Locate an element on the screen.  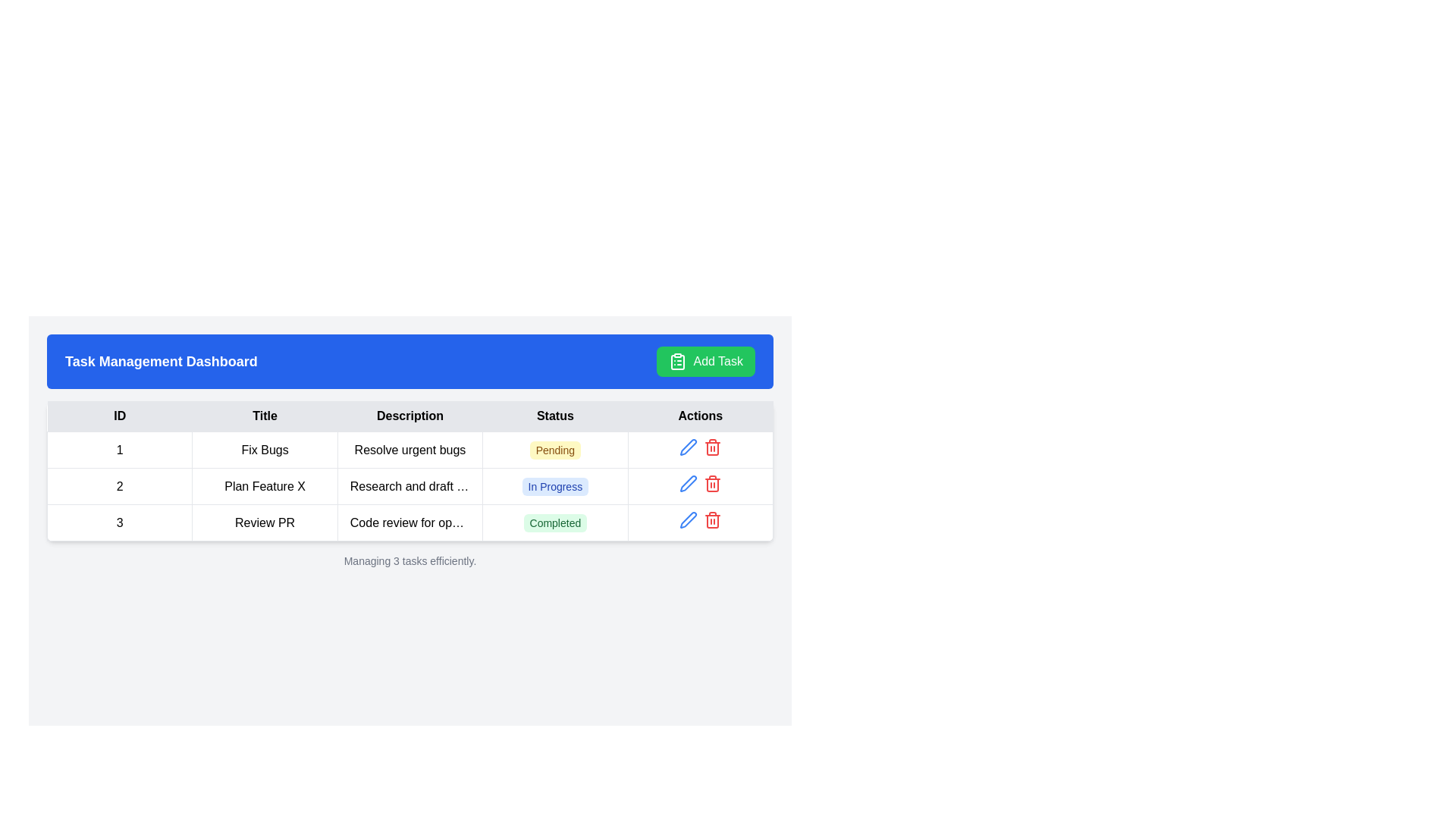
the text label displaying 'Research and draft specs' located in the third column under the 'Description' header for the title 'Plan Feature X' is located at coordinates (410, 486).